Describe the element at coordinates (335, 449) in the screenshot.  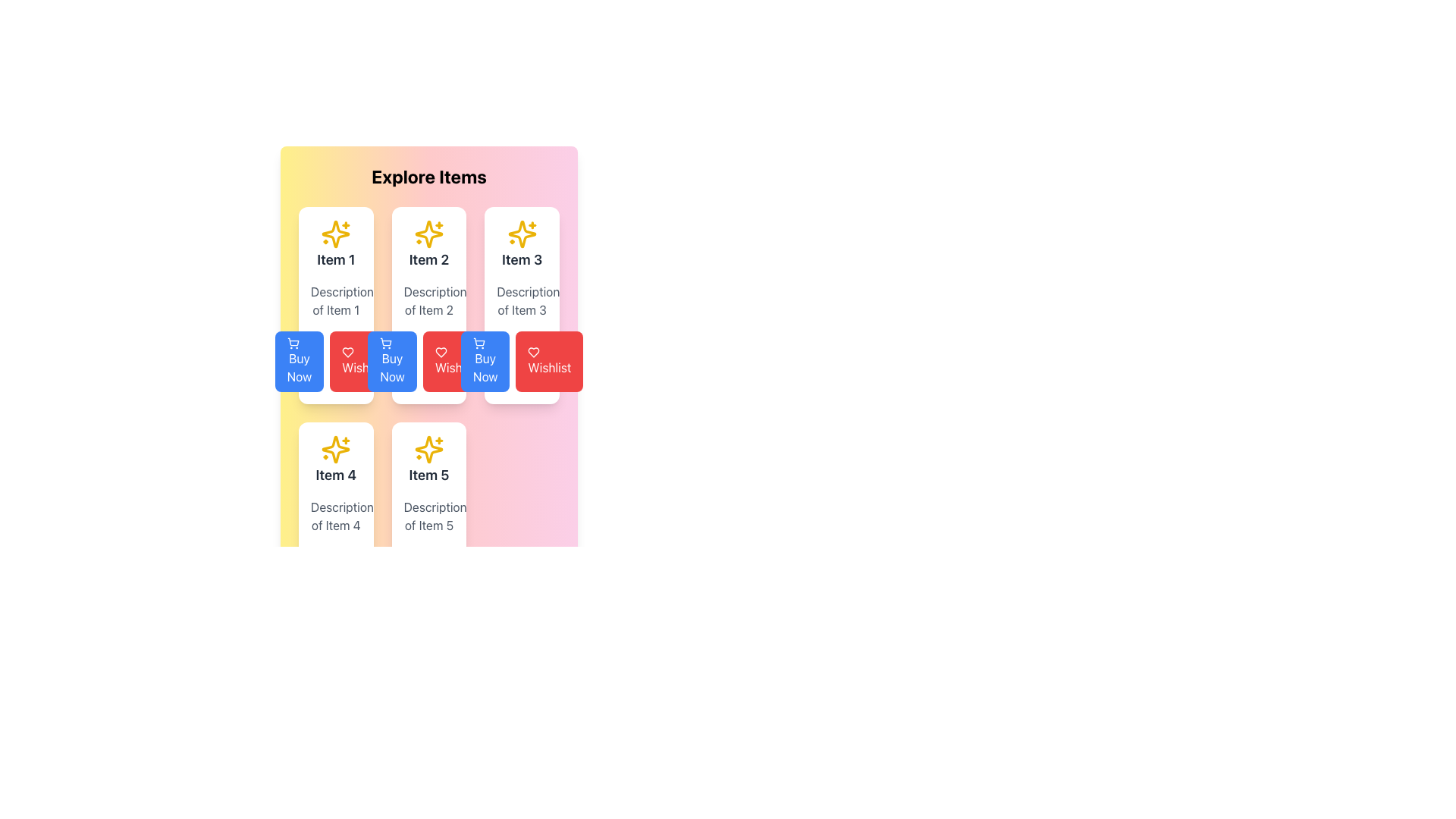
I see `the star-shaped icon representing the sparkle applied to Item 4, located in the lower left section of the item grid between Item 3 and Item 5` at that location.